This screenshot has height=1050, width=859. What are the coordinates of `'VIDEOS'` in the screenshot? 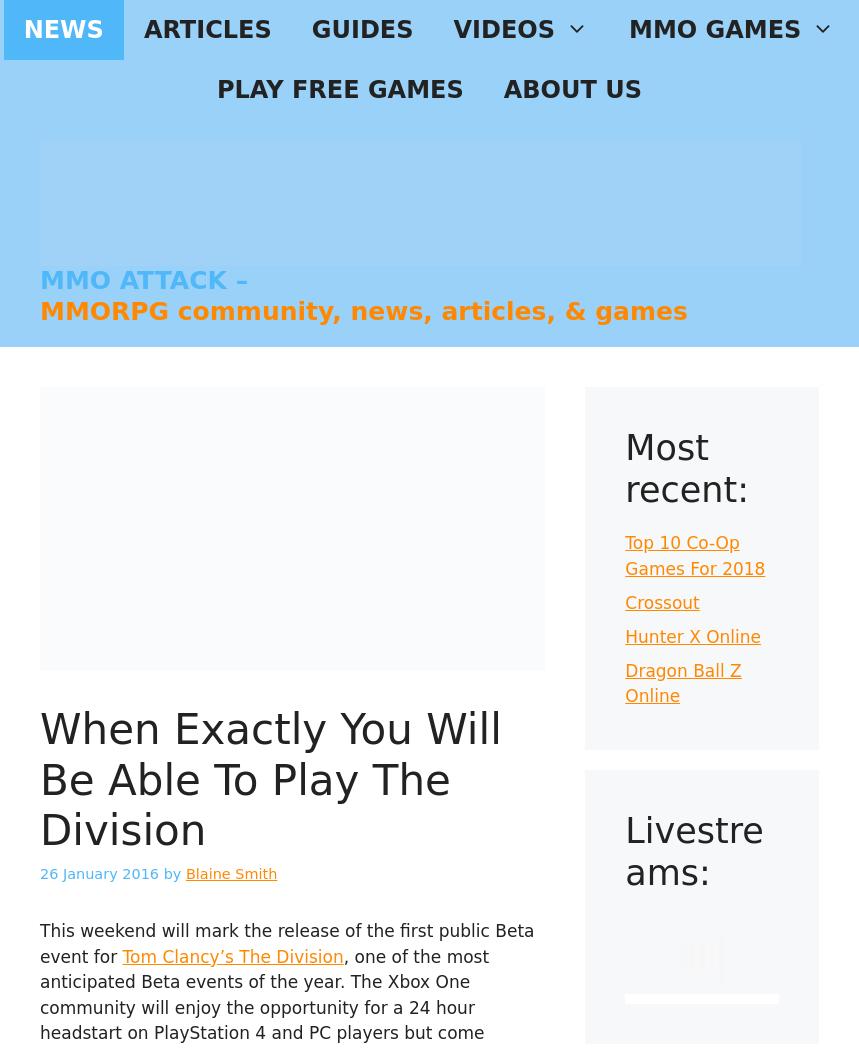 It's located at (452, 30).